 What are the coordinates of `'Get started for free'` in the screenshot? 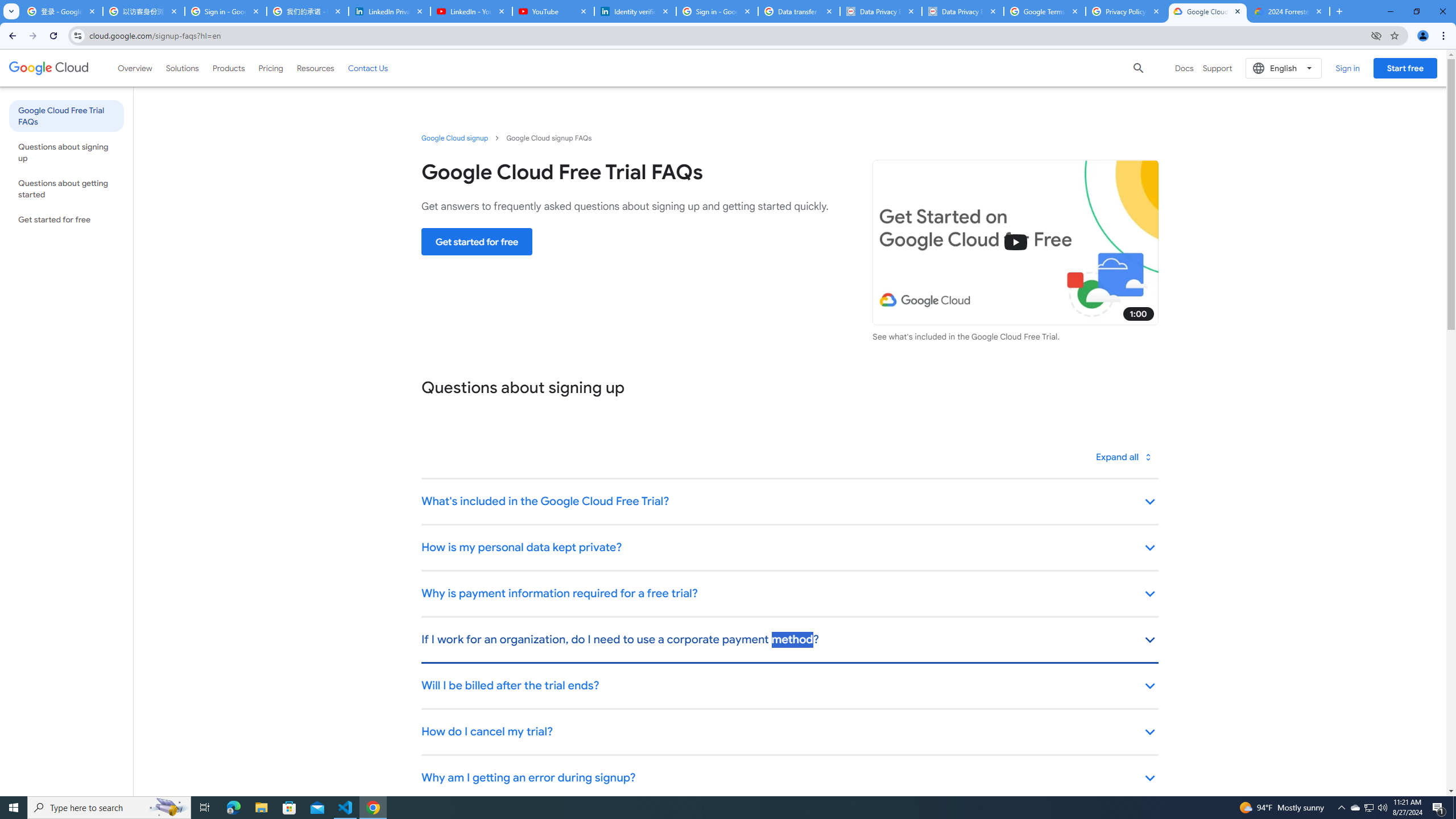 It's located at (476, 241).